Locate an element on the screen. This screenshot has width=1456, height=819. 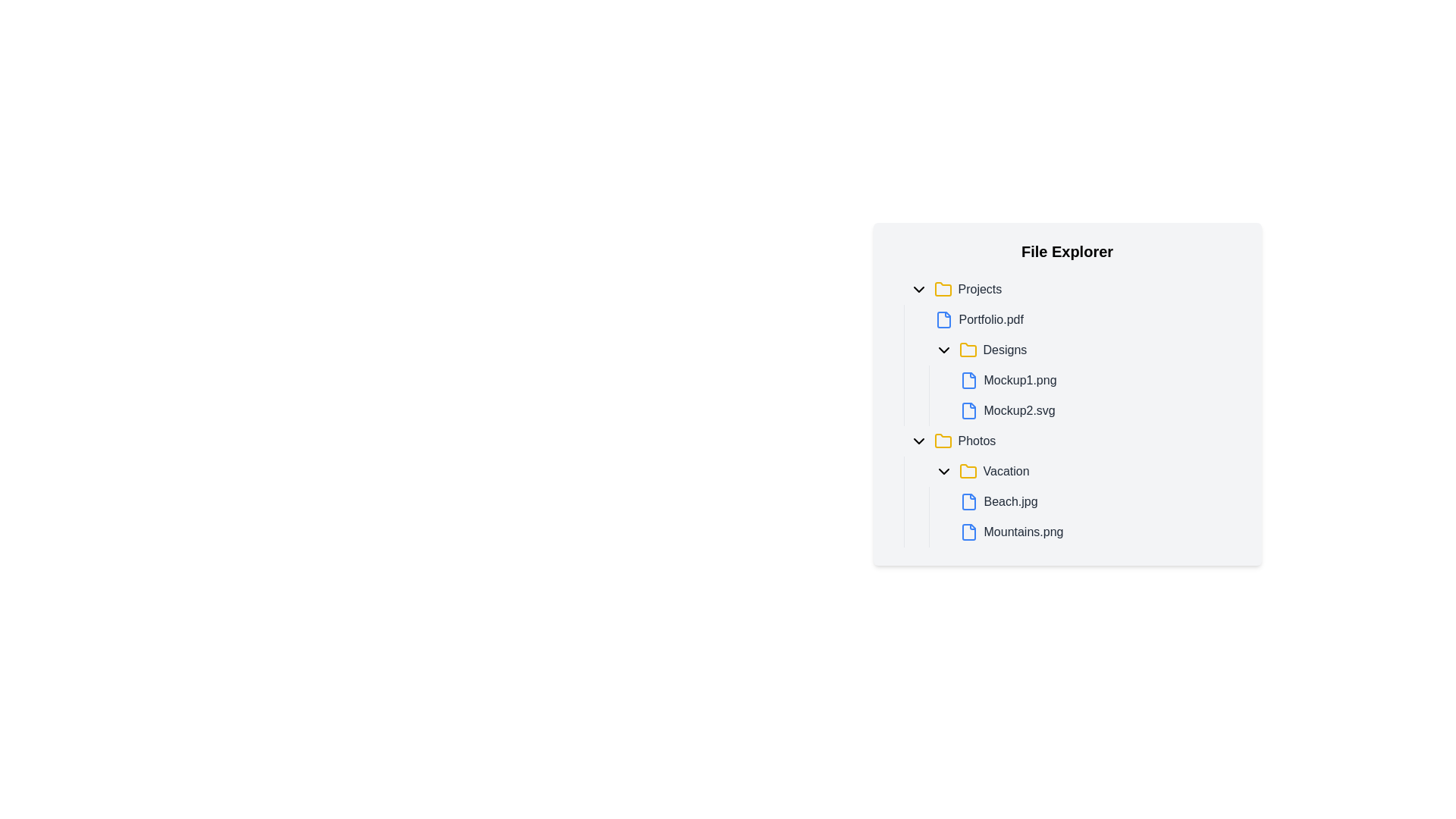
the list item displaying file entries under the 'Vacation' folder in the file explorer interface is located at coordinates (1084, 502).